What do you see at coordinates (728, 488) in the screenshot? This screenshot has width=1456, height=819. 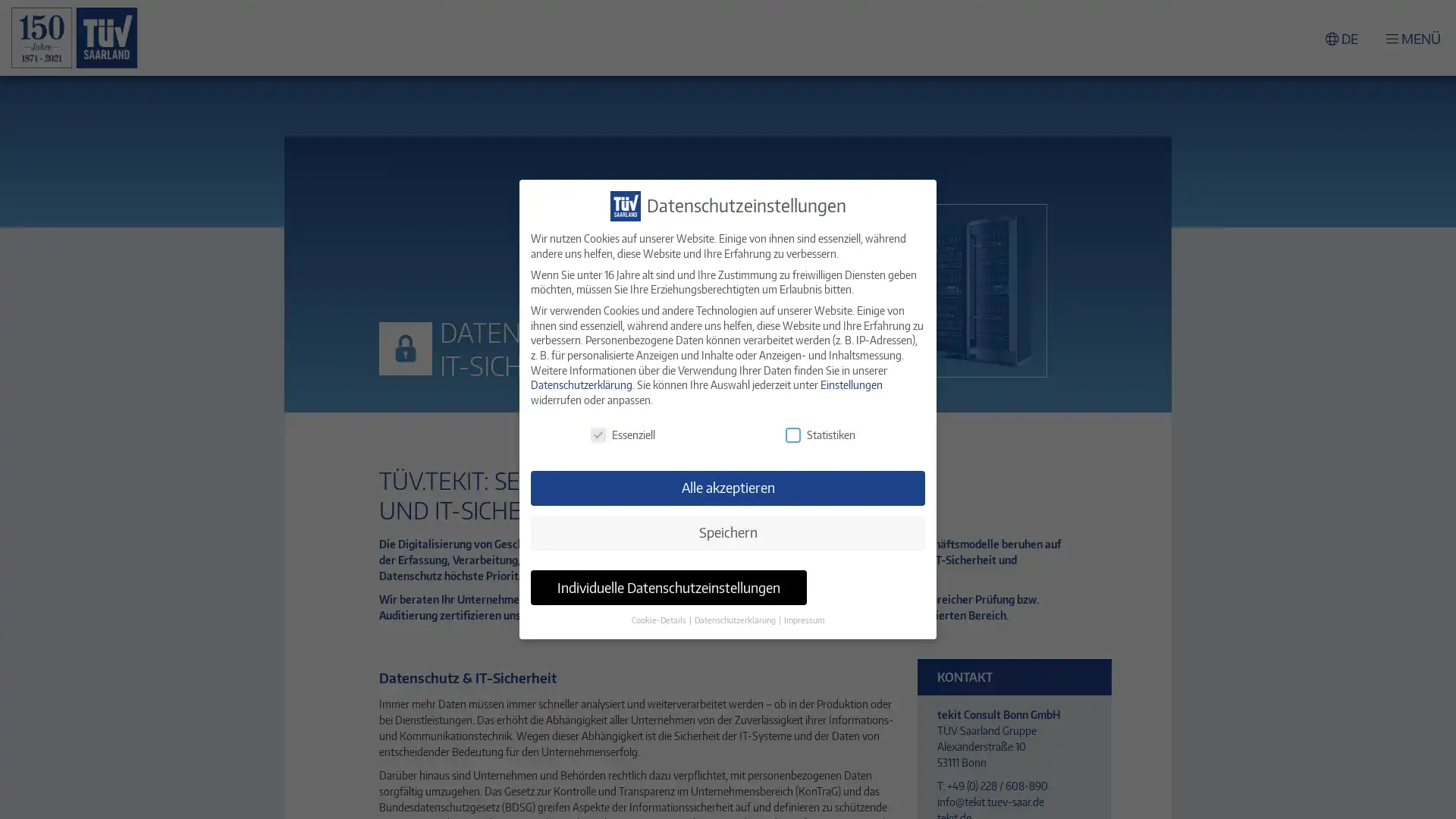 I see `Alle akzeptieren` at bounding box center [728, 488].